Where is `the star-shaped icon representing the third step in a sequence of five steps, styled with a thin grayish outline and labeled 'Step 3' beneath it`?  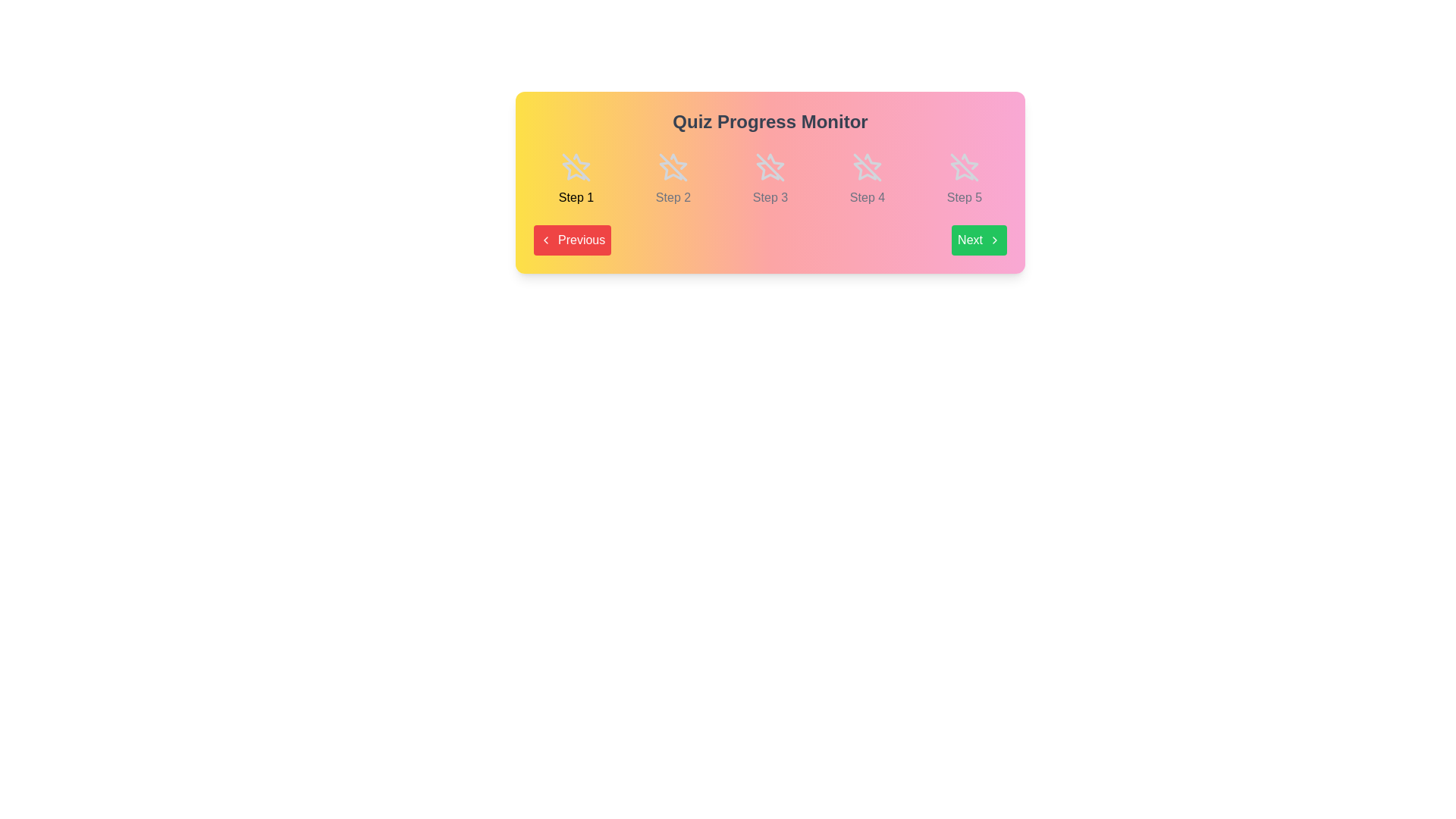 the star-shaped icon representing the third step in a sequence of five steps, styled with a thin grayish outline and labeled 'Step 3' beneath it is located at coordinates (776, 162).